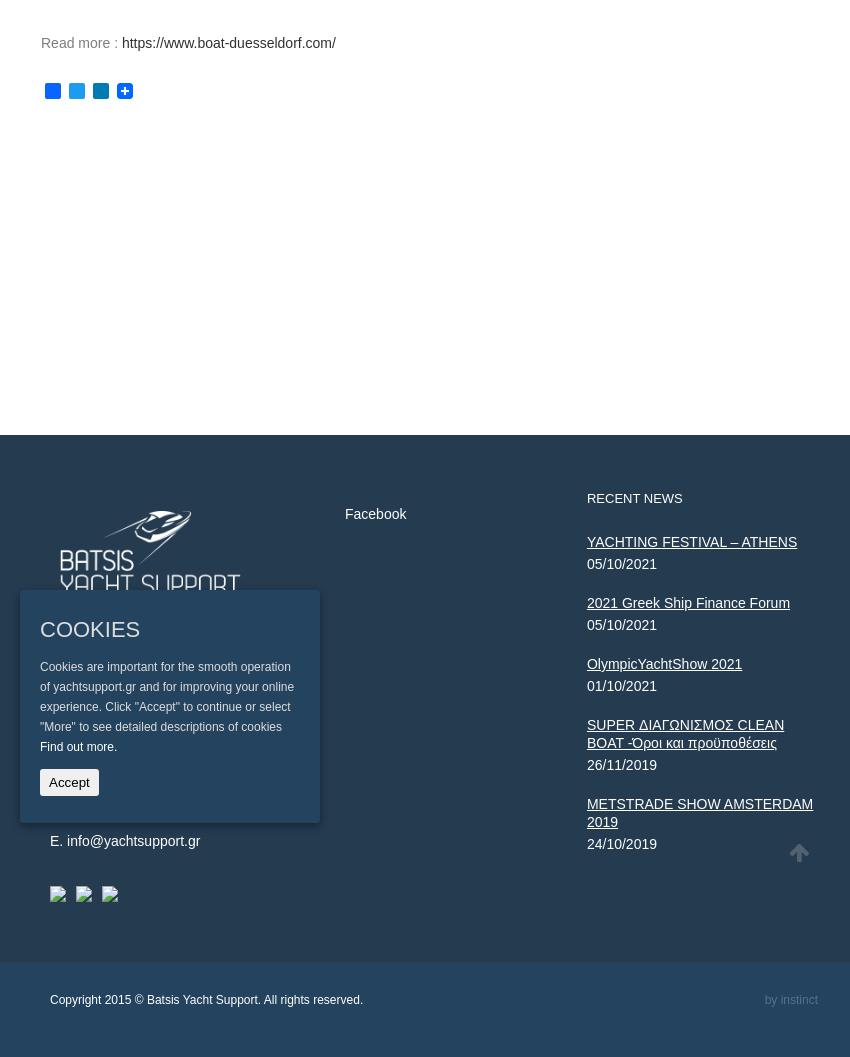 This screenshot has height=1057, width=850. What do you see at coordinates (698, 813) in the screenshot?
I see `'METSTRADE SHOW AMSTERDAM 2019'` at bounding box center [698, 813].